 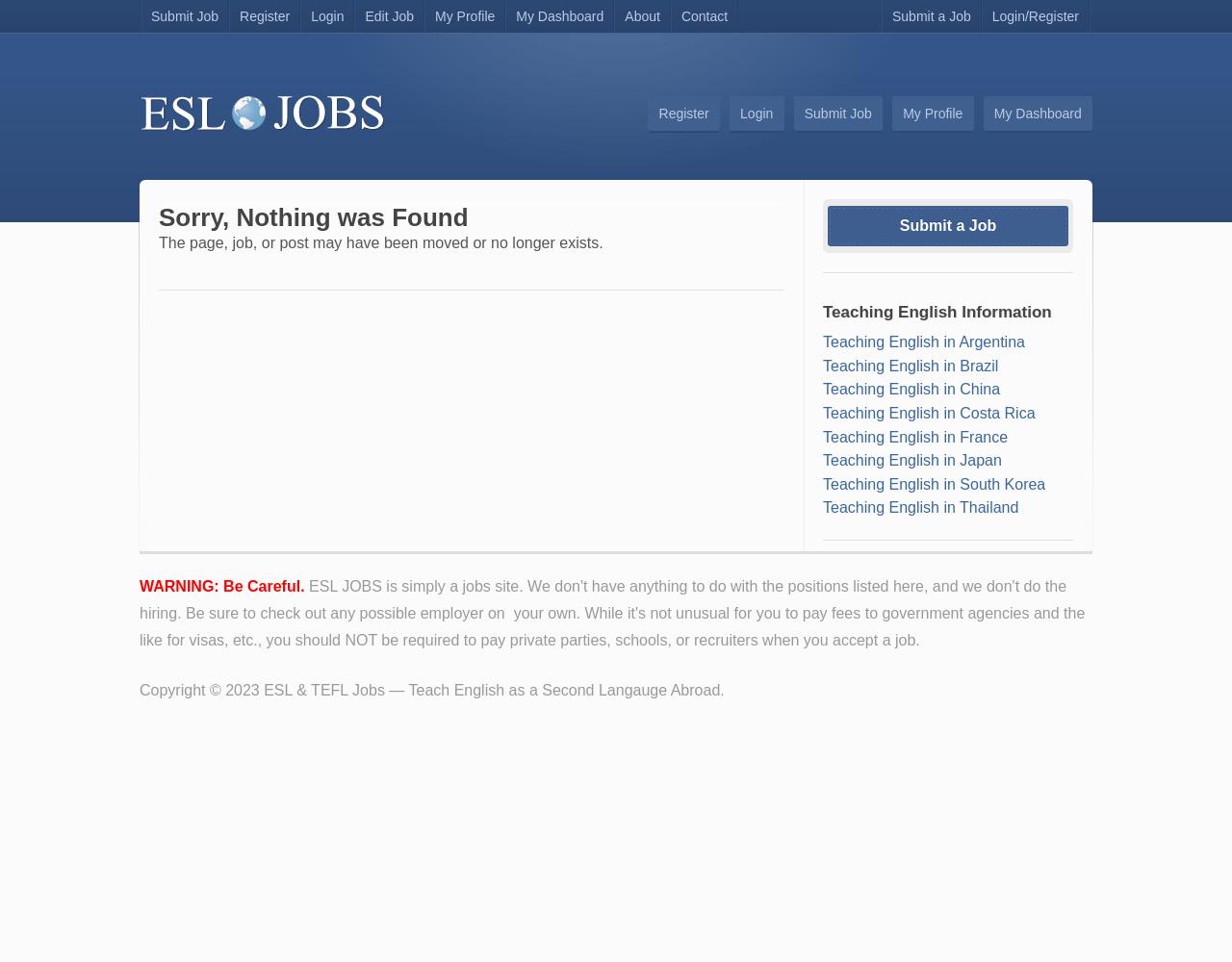 I want to click on 'Teaching English in France', so click(x=914, y=435).